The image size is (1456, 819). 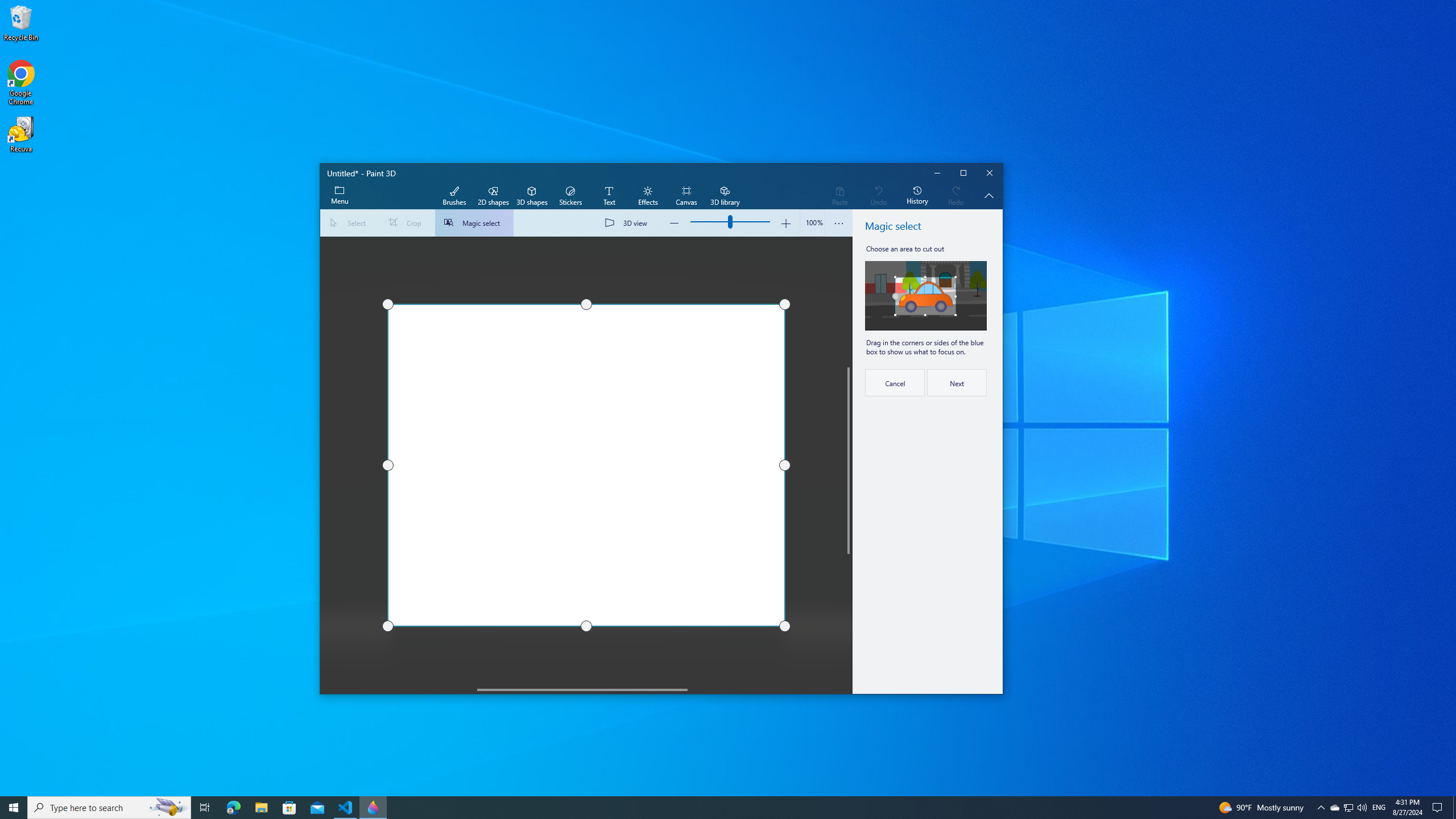 What do you see at coordinates (492, 196) in the screenshot?
I see `'2D shapes'` at bounding box center [492, 196].